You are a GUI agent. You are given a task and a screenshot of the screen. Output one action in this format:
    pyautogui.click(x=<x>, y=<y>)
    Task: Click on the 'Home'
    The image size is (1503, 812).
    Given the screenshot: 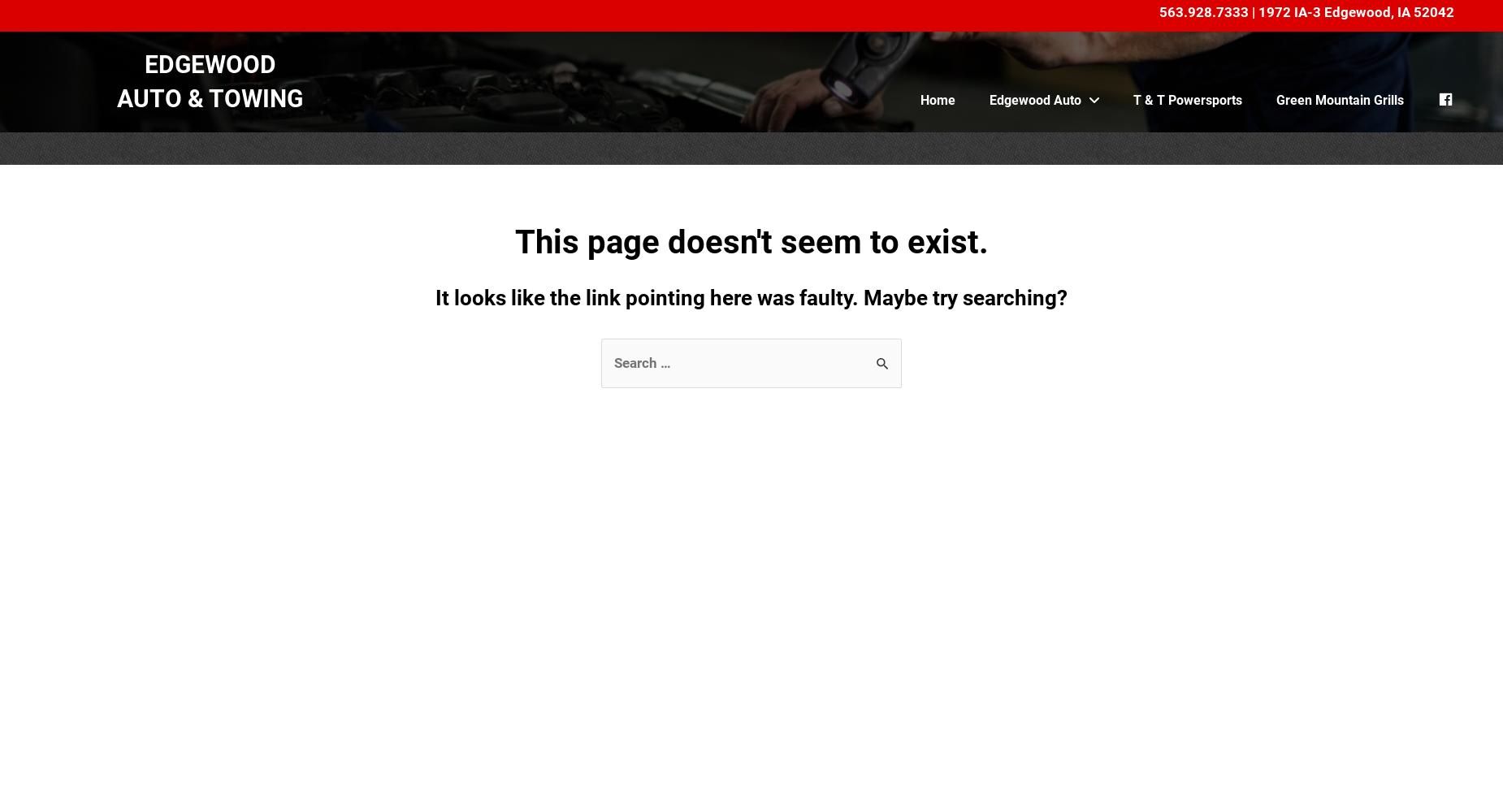 What is the action you would take?
    pyautogui.click(x=937, y=98)
    